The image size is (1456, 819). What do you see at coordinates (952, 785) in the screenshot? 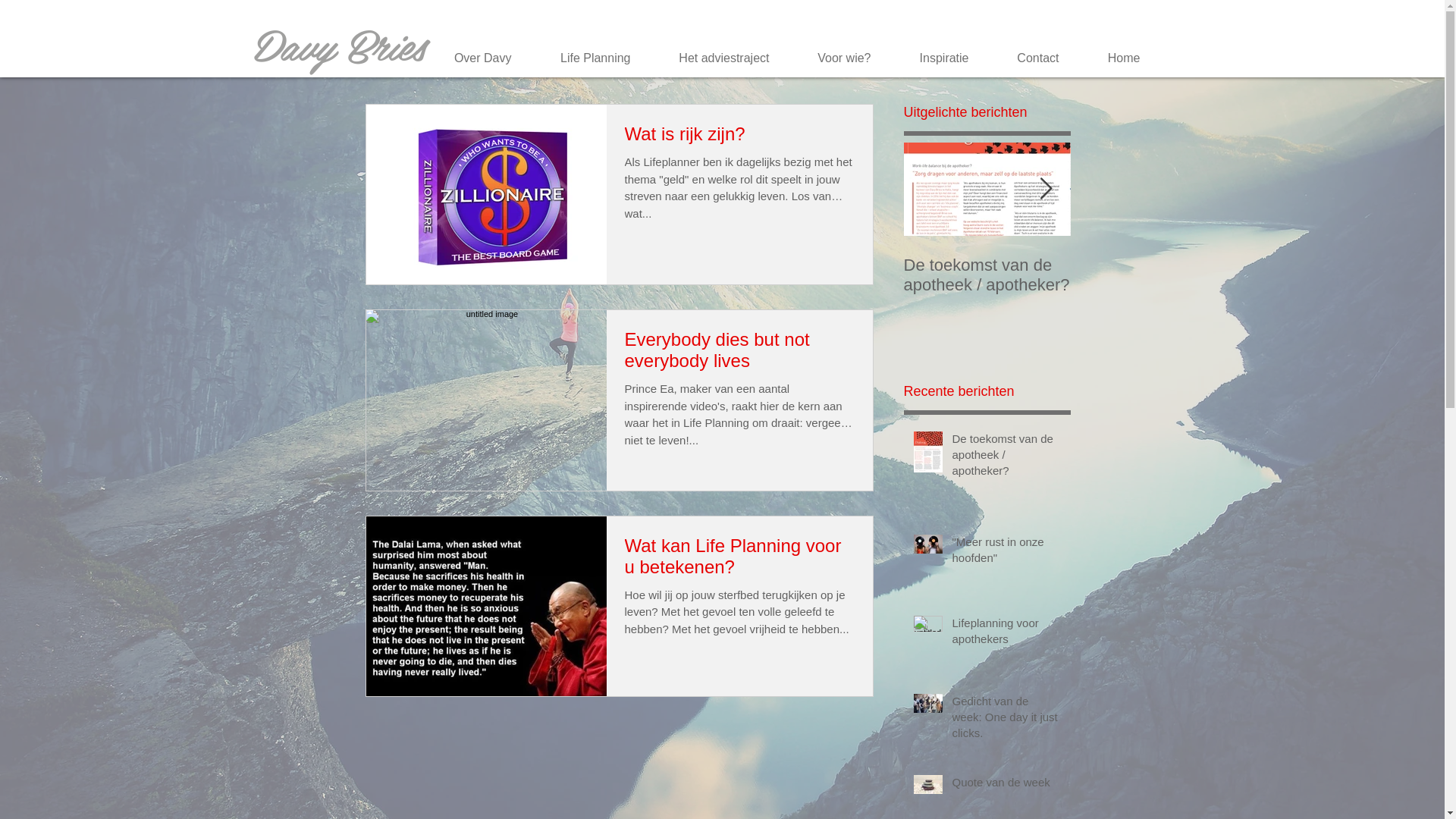
I see `'Quote van de week'` at bounding box center [952, 785].